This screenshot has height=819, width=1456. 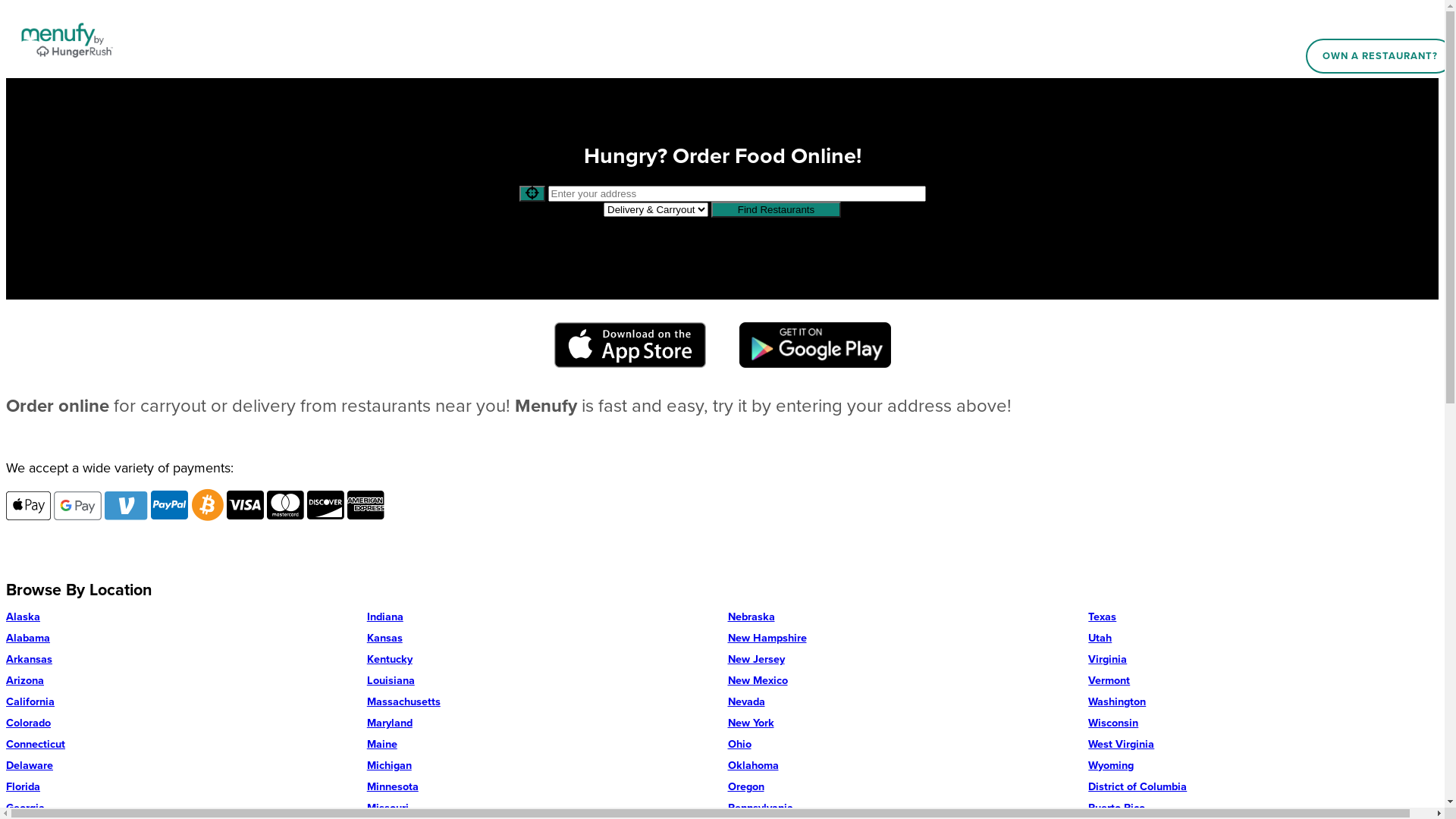 I want to click on 'Accepts Venmo', so click(x=104, y=506).